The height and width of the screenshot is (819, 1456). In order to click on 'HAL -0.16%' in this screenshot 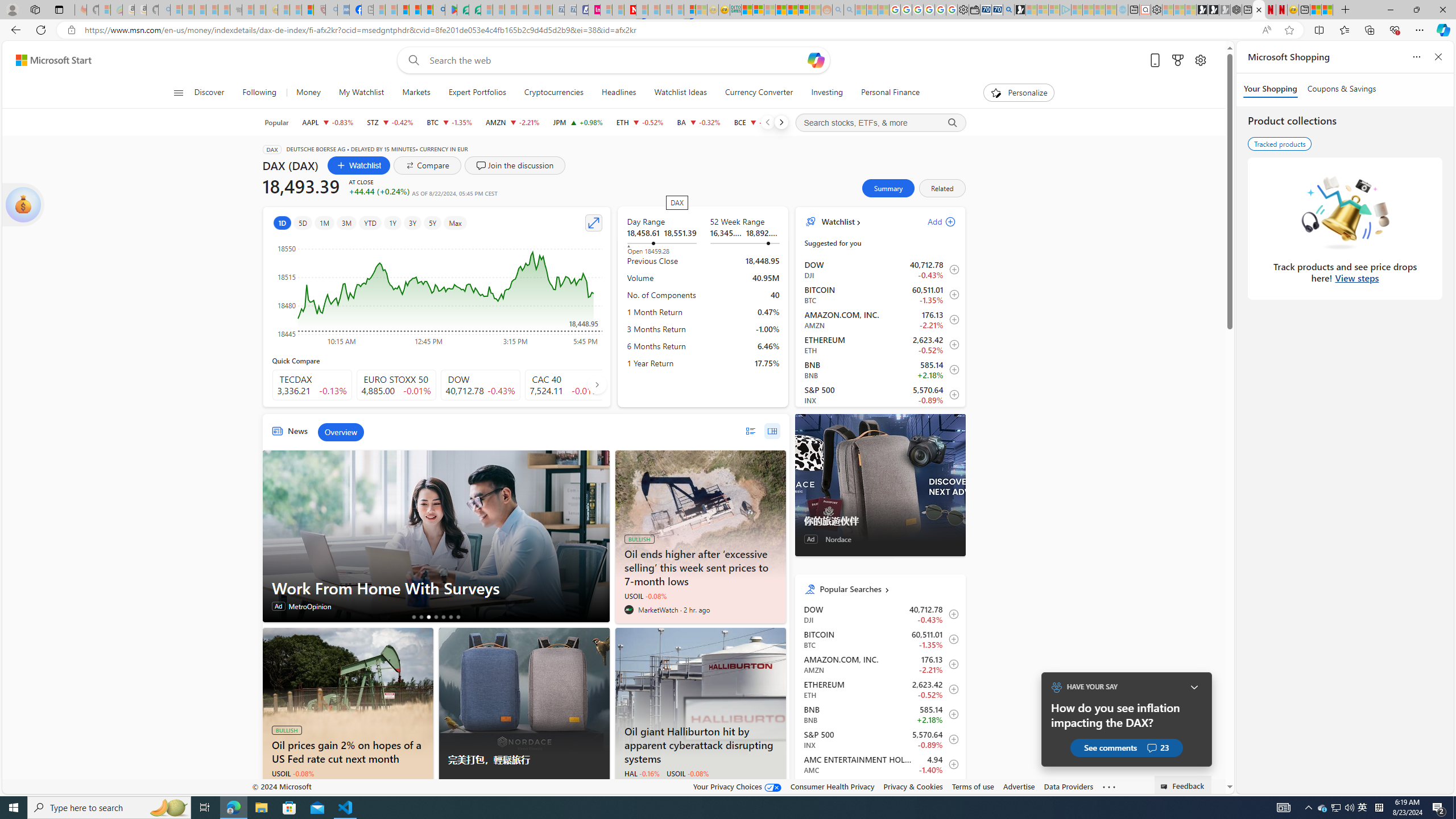, I will do `click(642, 773)`.